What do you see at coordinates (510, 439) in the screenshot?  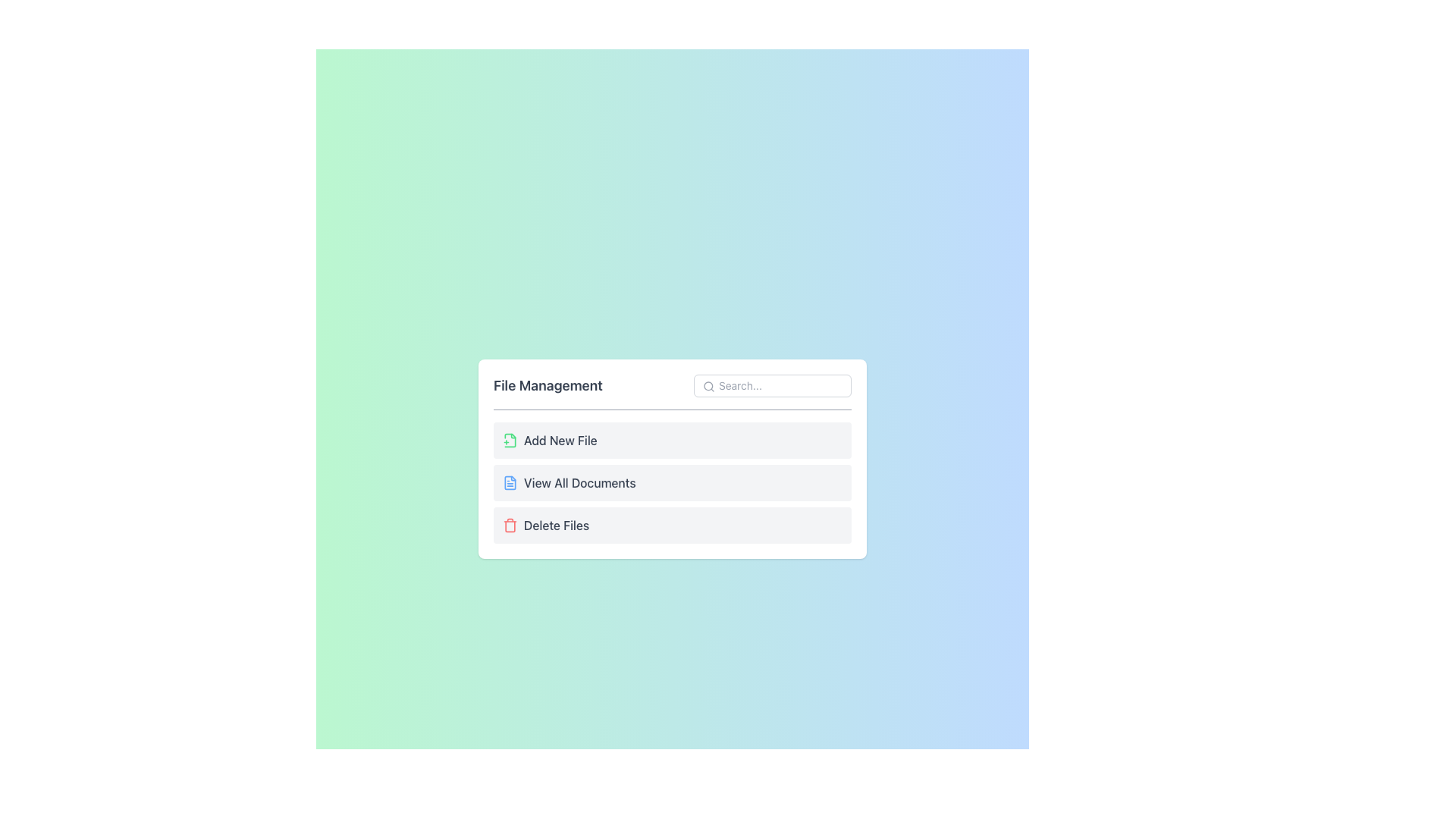 I see `the small green icon resembling a document with a '+' sign, located adjacent to the text 'Add New File'` at bounding box center [510, 439].